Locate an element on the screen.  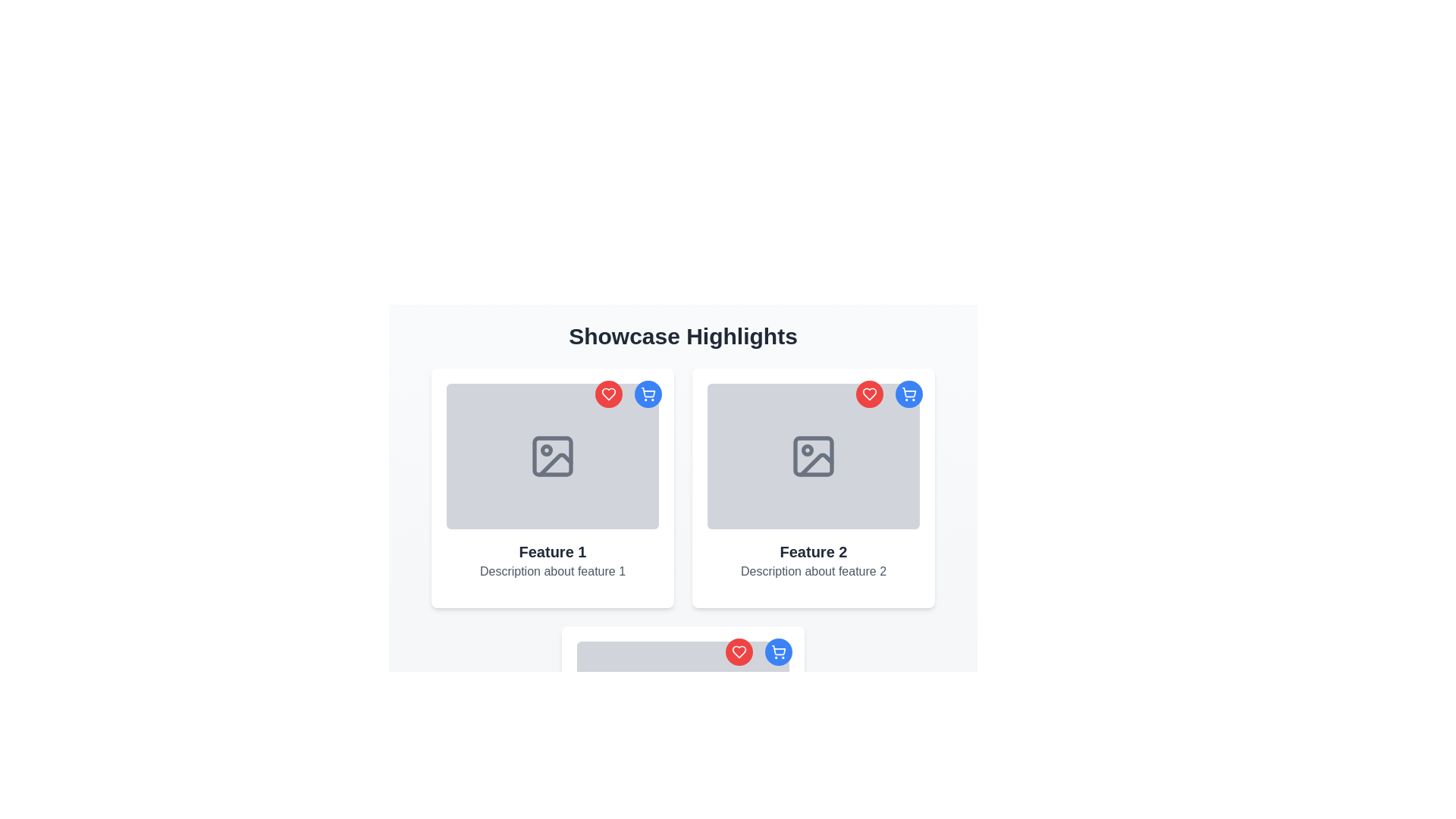
the heart-shaped red icon is located at coordinates (870, 394).